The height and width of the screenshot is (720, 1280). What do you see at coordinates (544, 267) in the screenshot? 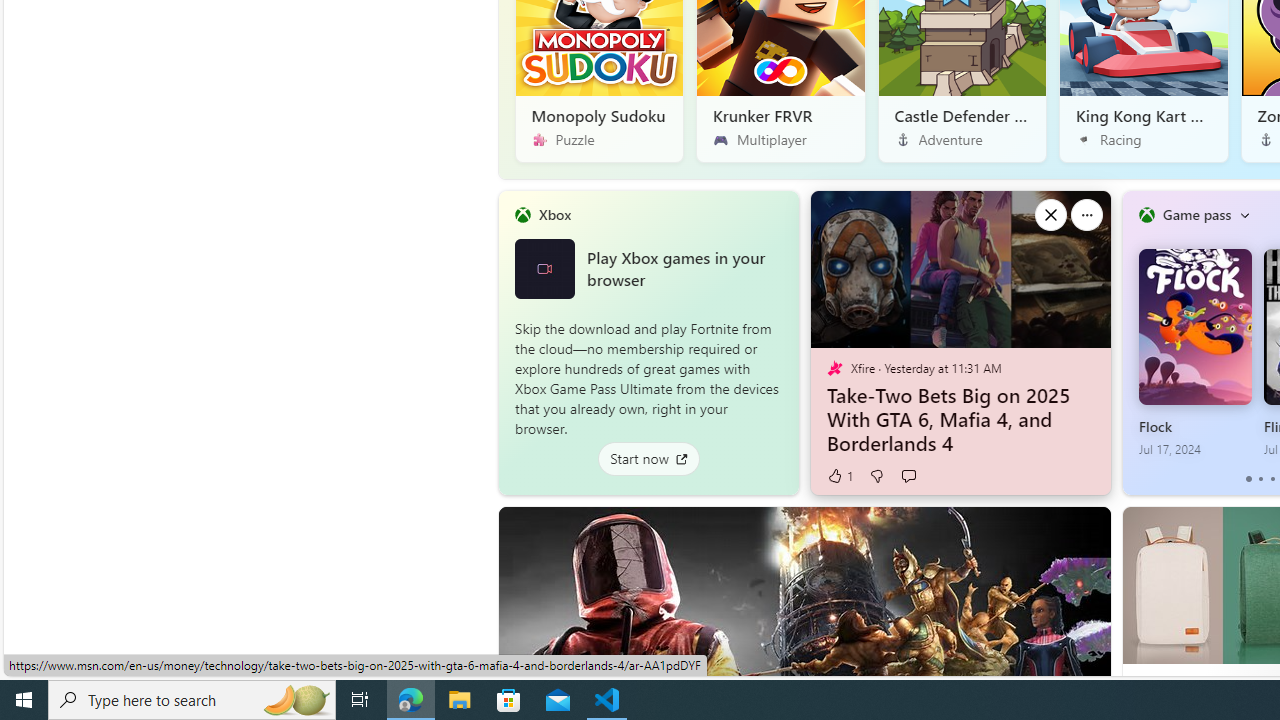
I see `'Xbox Logo'` at bounding box center [544, 267].